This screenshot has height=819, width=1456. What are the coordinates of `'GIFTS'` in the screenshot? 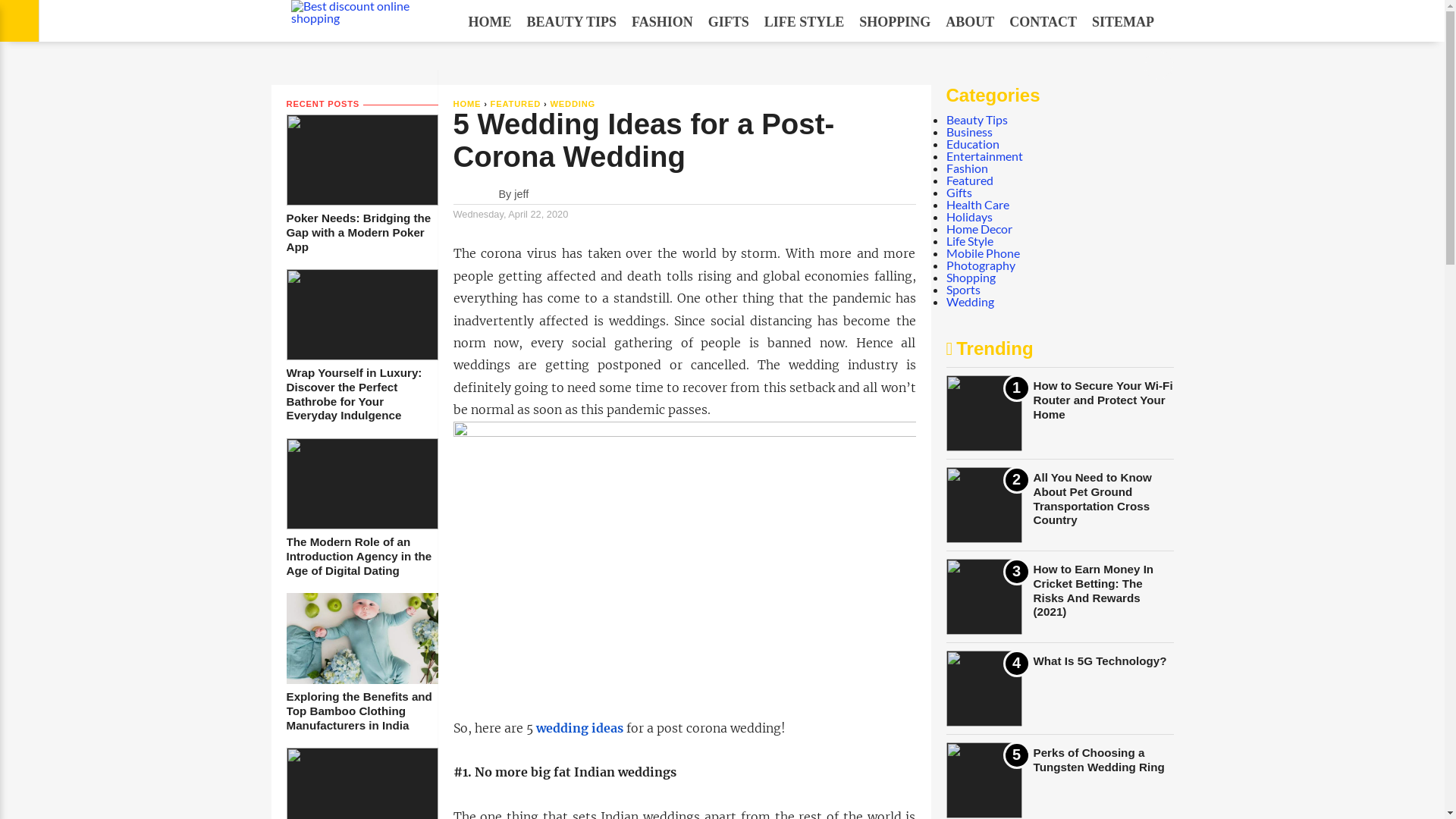 It's located at (700, 22).